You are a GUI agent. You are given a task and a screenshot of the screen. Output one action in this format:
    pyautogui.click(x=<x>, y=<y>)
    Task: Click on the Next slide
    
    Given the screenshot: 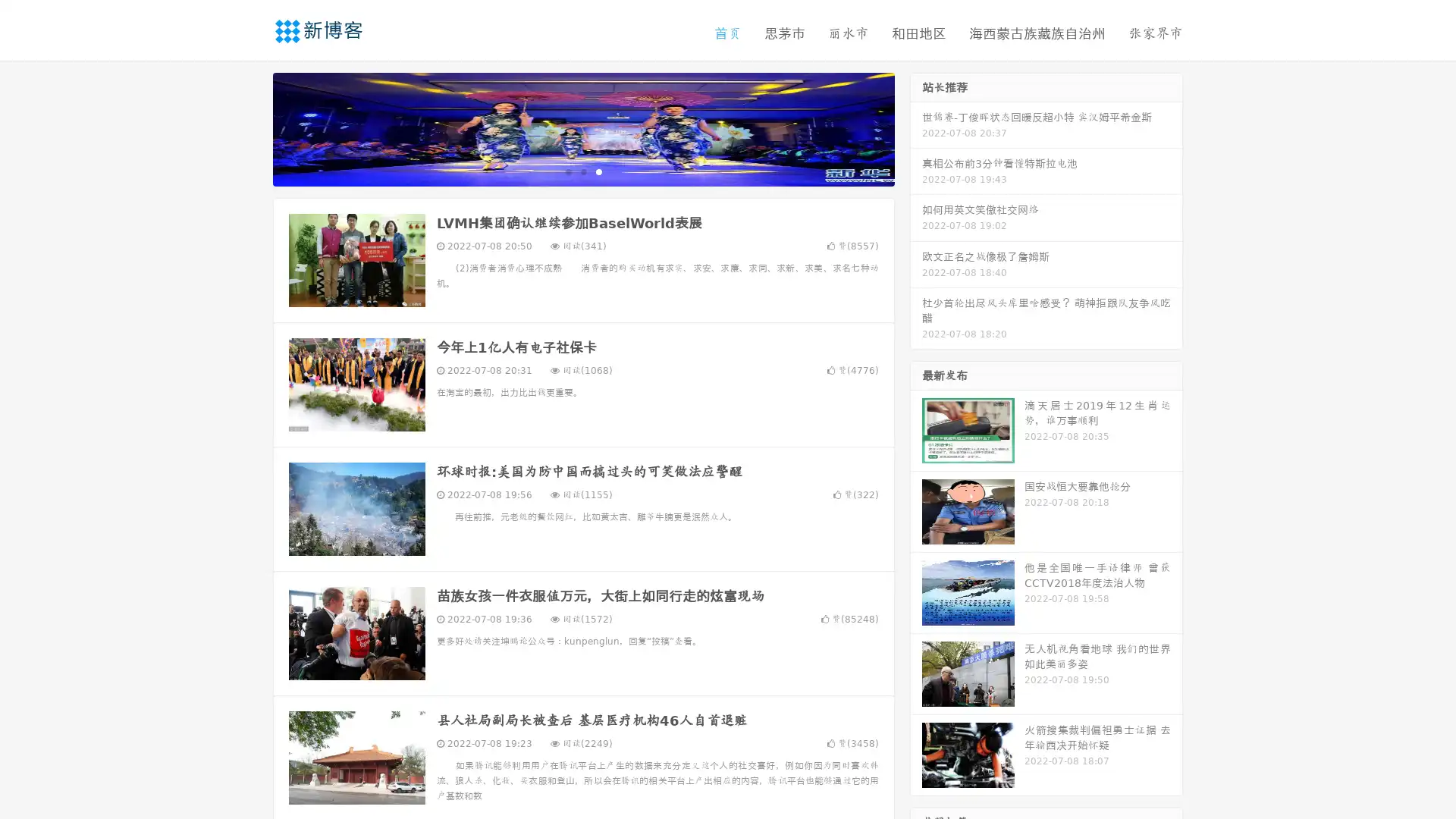 What is the action you would take?
    pyautogui.click(x=916, y=127)
    